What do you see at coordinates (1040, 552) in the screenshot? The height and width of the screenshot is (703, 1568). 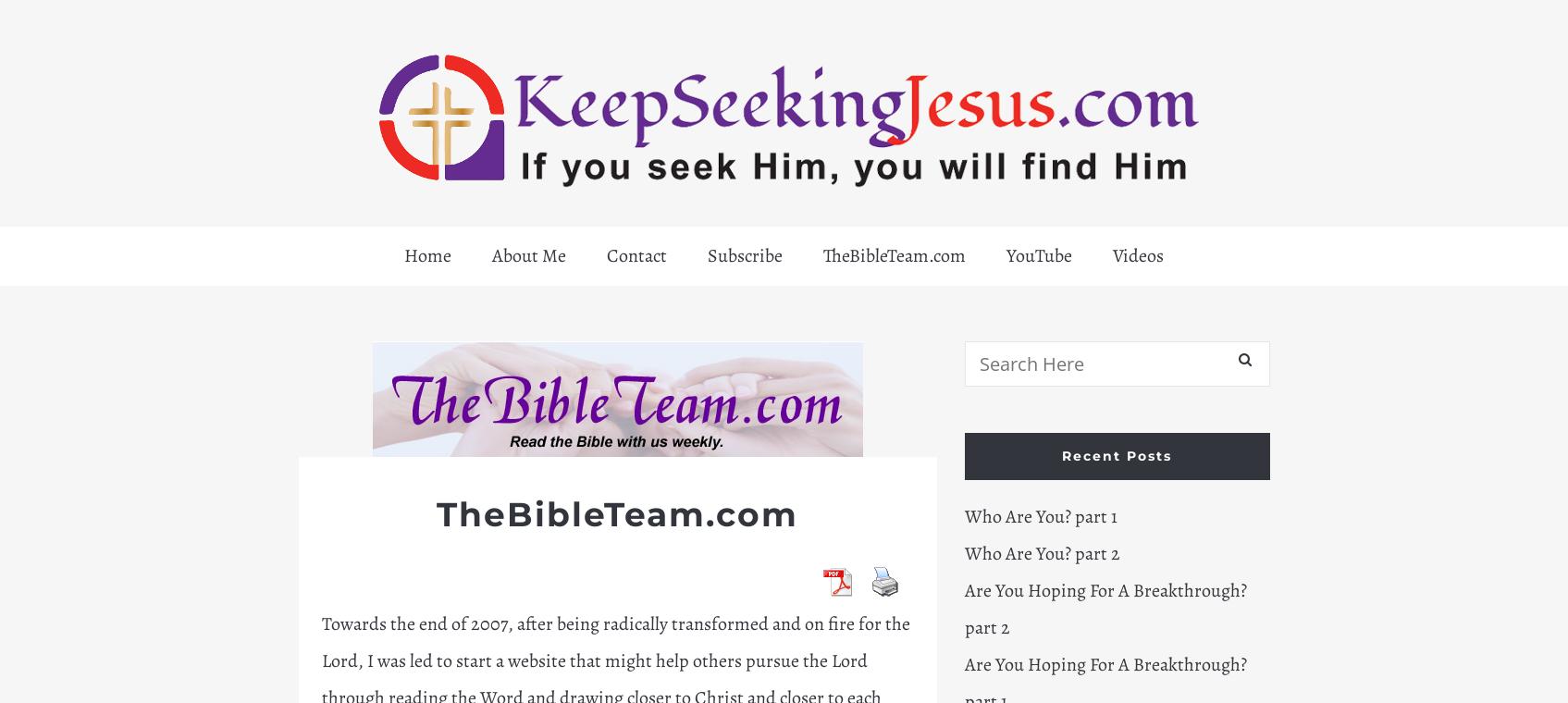 I see `'Who Are You? part 2'` at bounding box center [1040, 552].